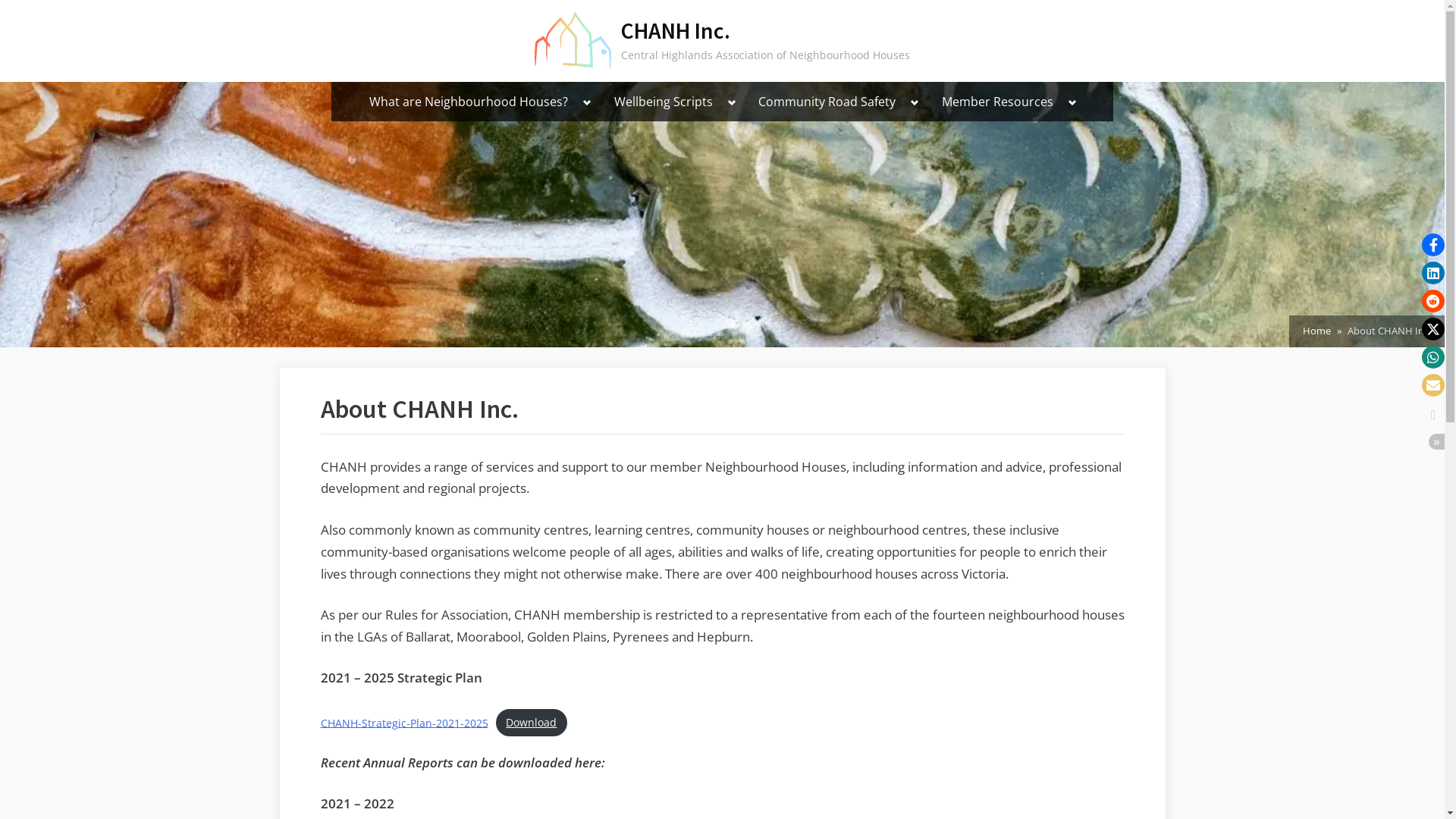  What do you see at coordinates (403, 721) in the screenshot?
I see `'CHANH-Strategic-Plan-2021-2025'` at bounding box center [403, 721].